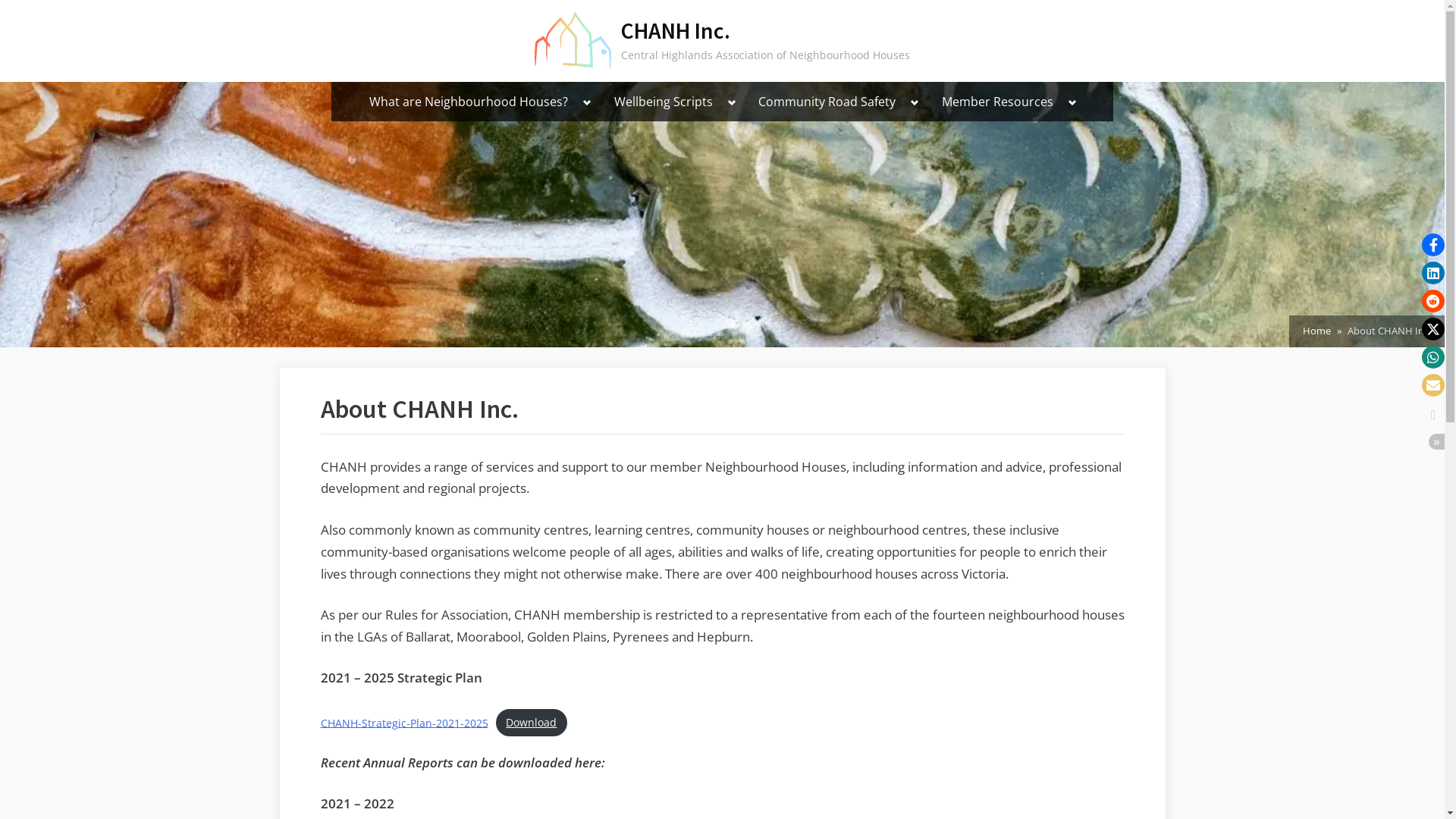  What do you see at coordinates (403, 721) in the screenshot?
I see `'CHANH-Strategic-Plan-2021-2025'` at bounding box center [403, 721].